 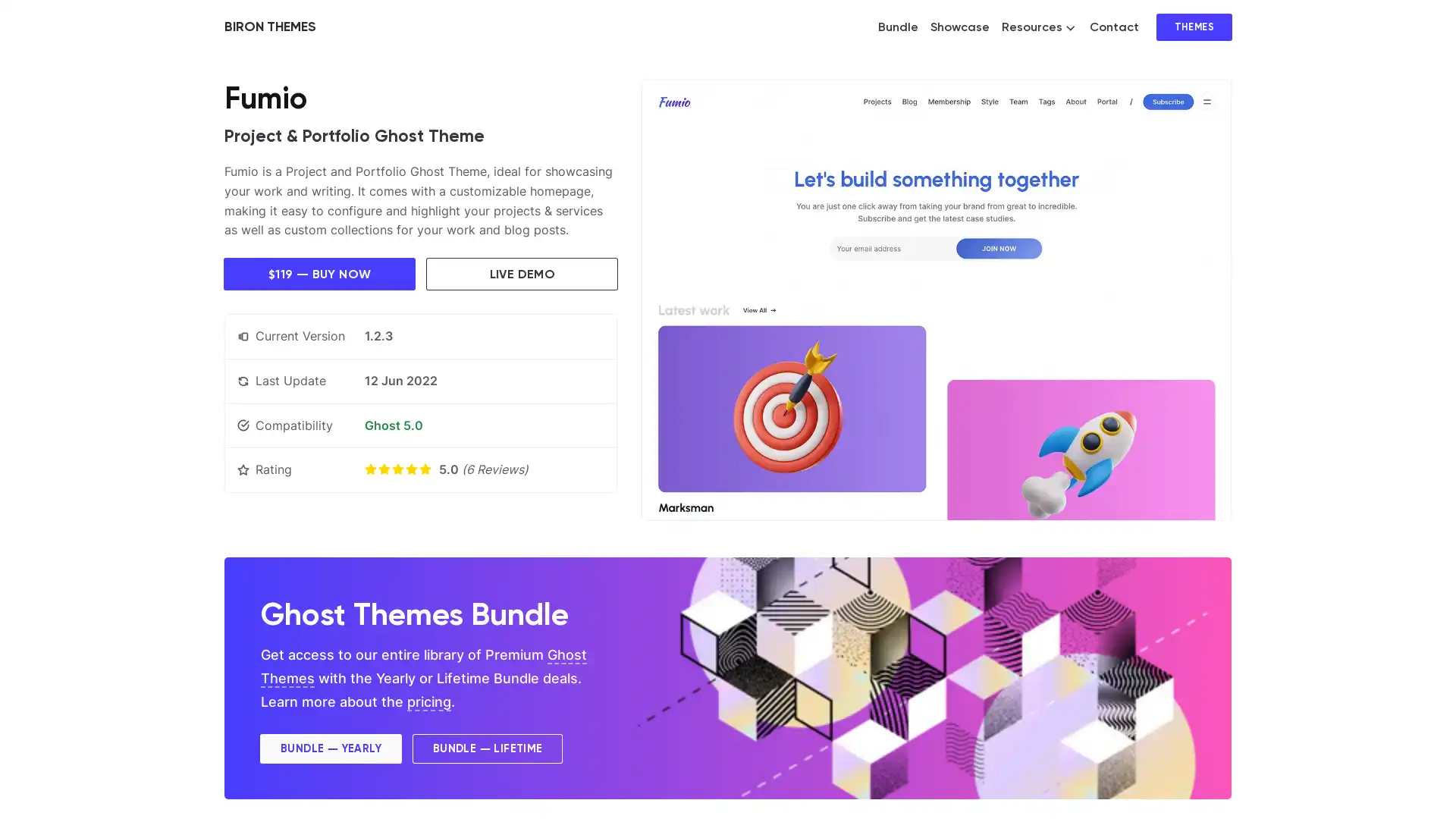 What do you see at coordinates (1037, 27) in the screenshot?
I see `Resources` at bounding box center [1037, 27].